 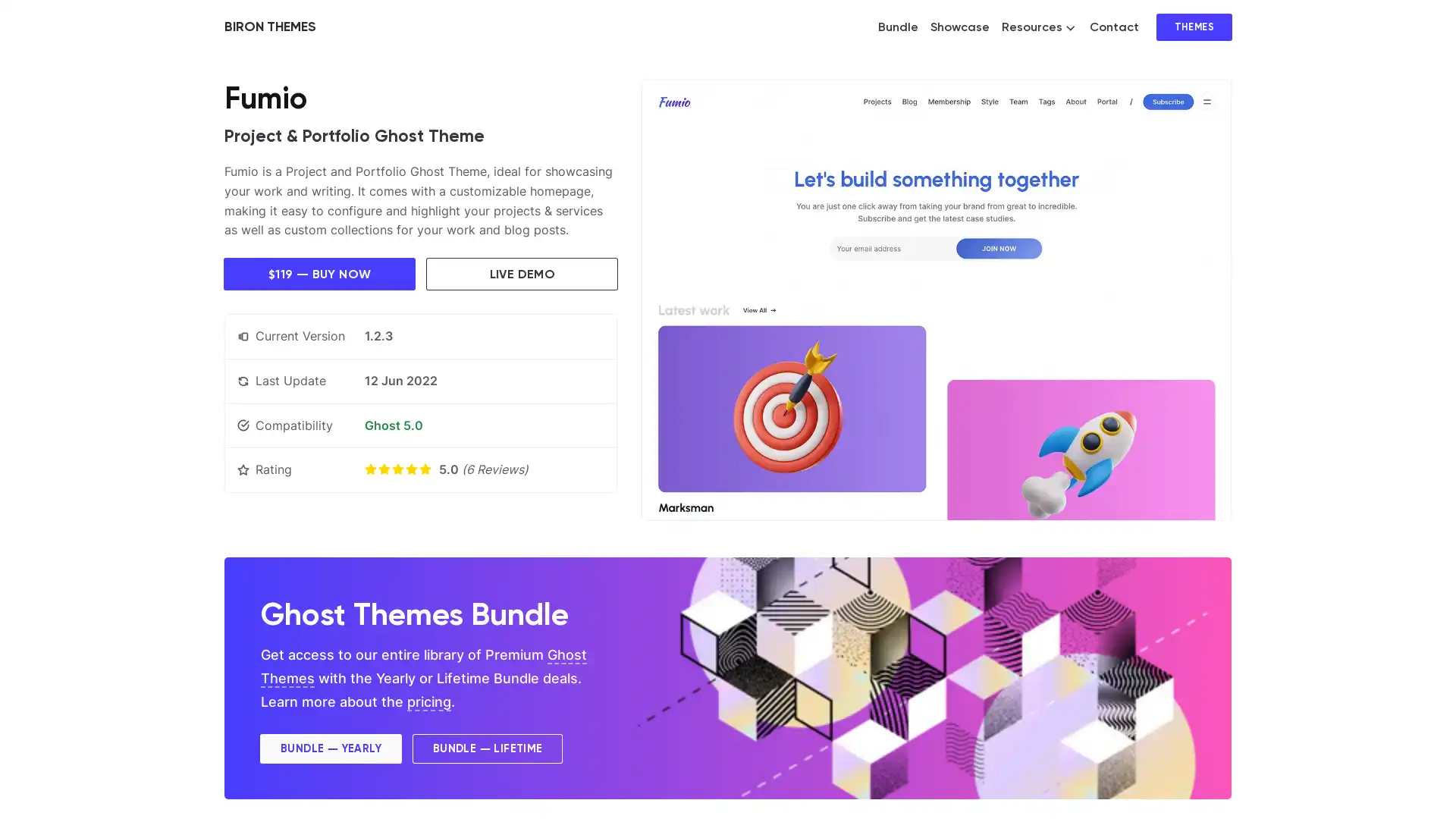 What do you see at coordinates (1037, 27) in the screenshot?
I see `Resources` at bounding box center [1037, 27].